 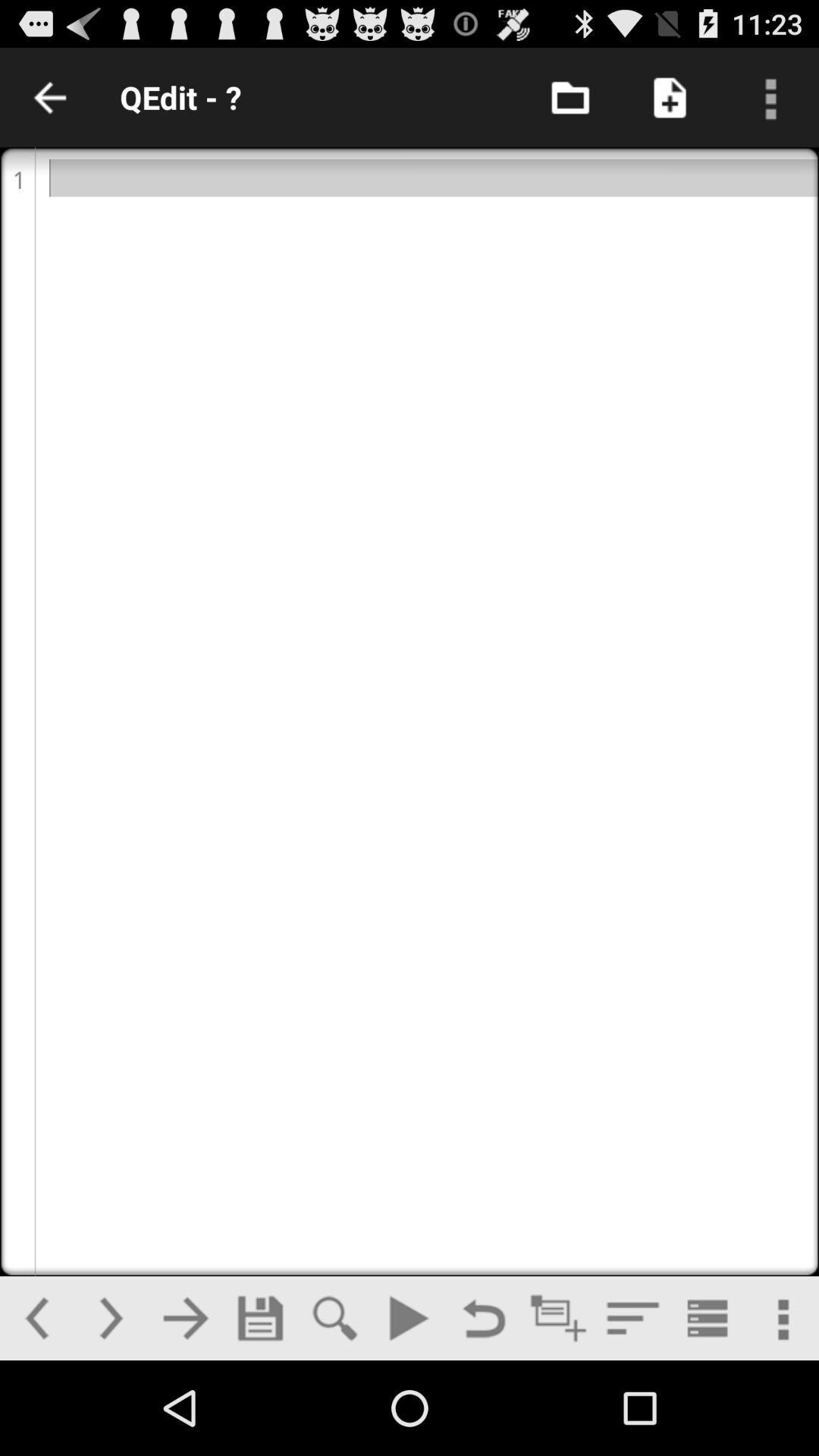 I want to click on settings, so click(x=781, y=1317).